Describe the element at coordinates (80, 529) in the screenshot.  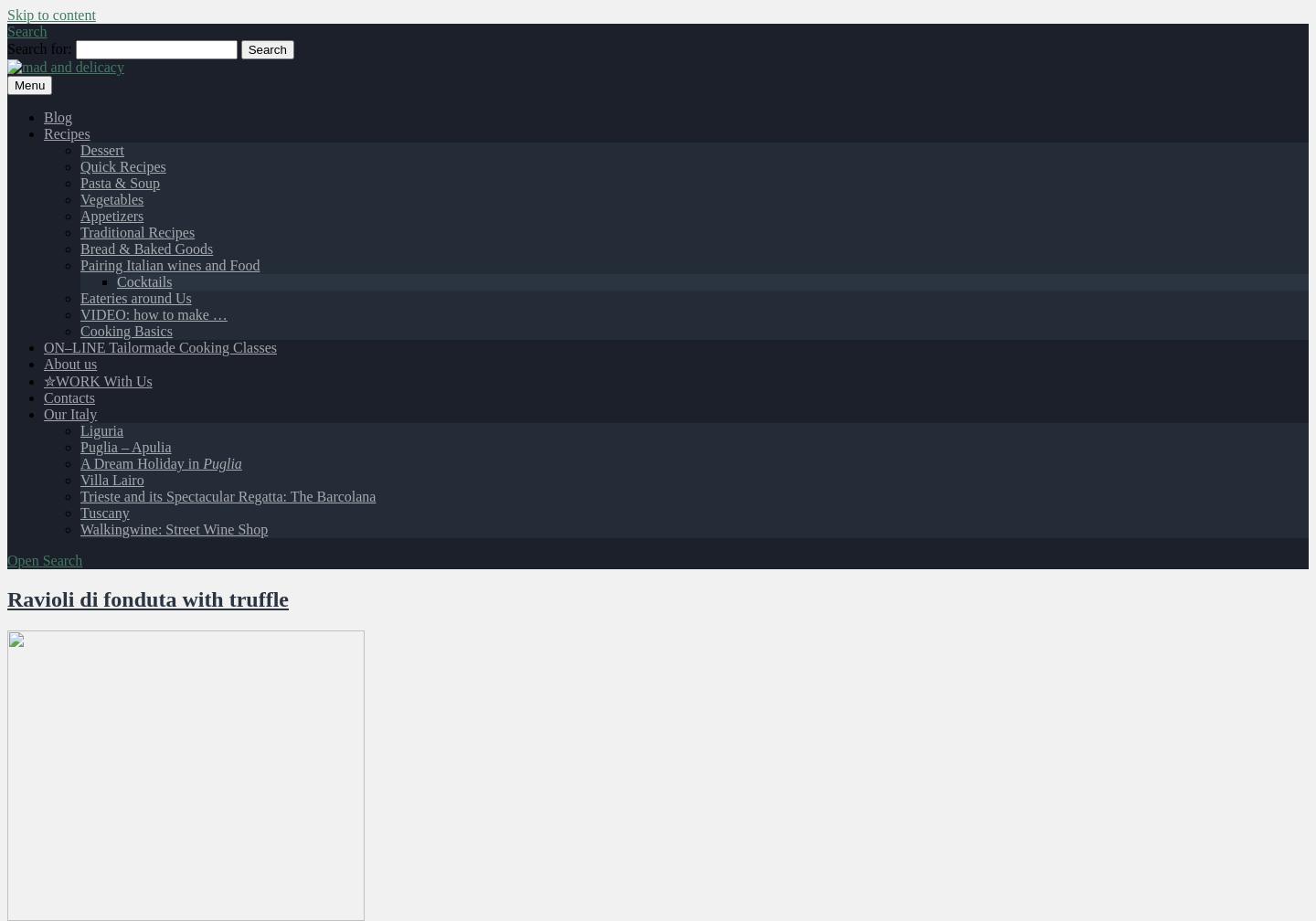
I see `'Walkingwine: Street Wine Shop'` at that location.